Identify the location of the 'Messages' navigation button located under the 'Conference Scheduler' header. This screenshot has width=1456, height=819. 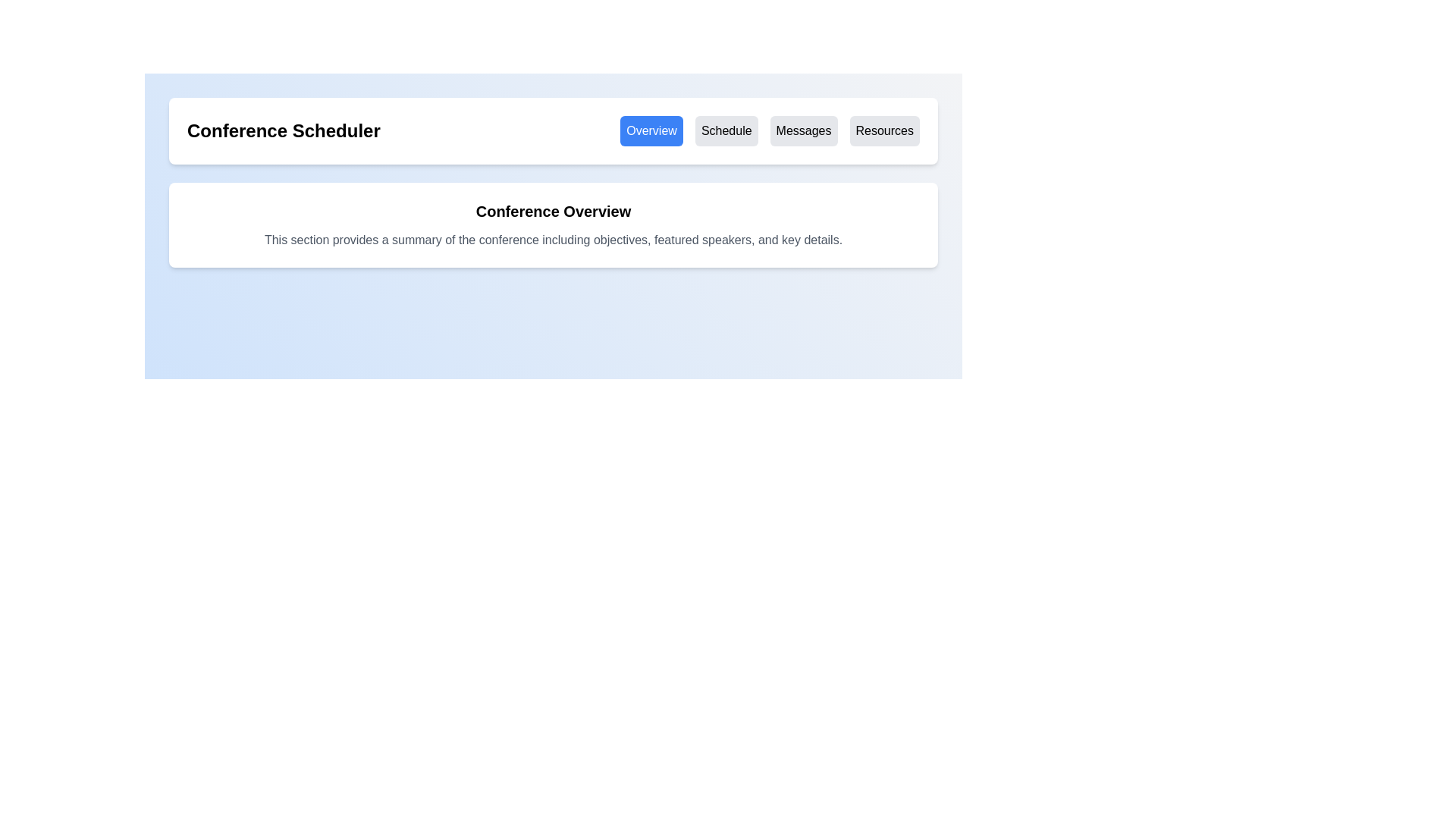
(770, 130).